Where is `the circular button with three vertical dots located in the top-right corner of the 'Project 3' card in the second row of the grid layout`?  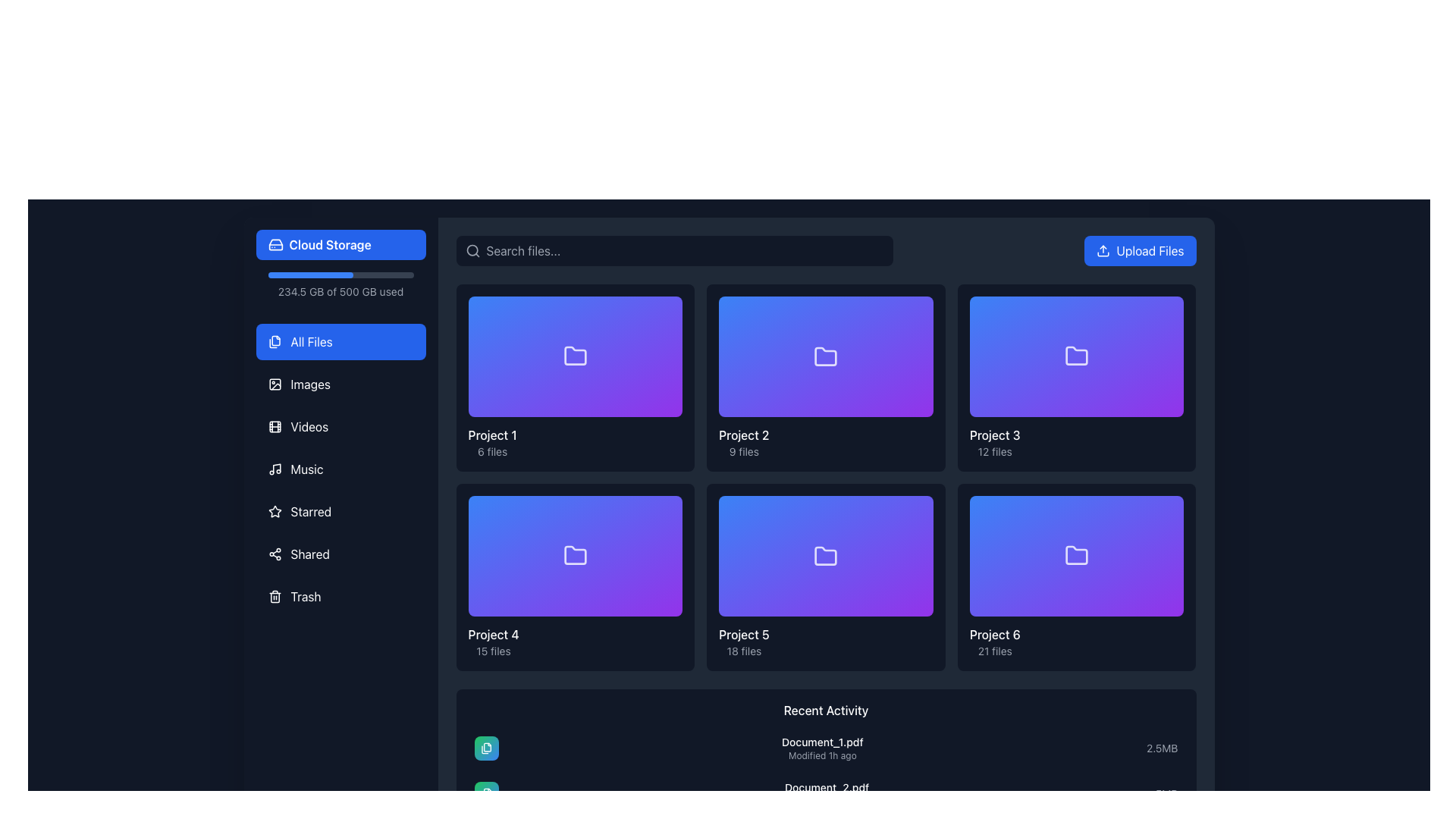 the circular button with three vertical dots located in the top-right corner of the 'Project 3' card in the second row of the grid layout is located at coordinates (1168, 311).